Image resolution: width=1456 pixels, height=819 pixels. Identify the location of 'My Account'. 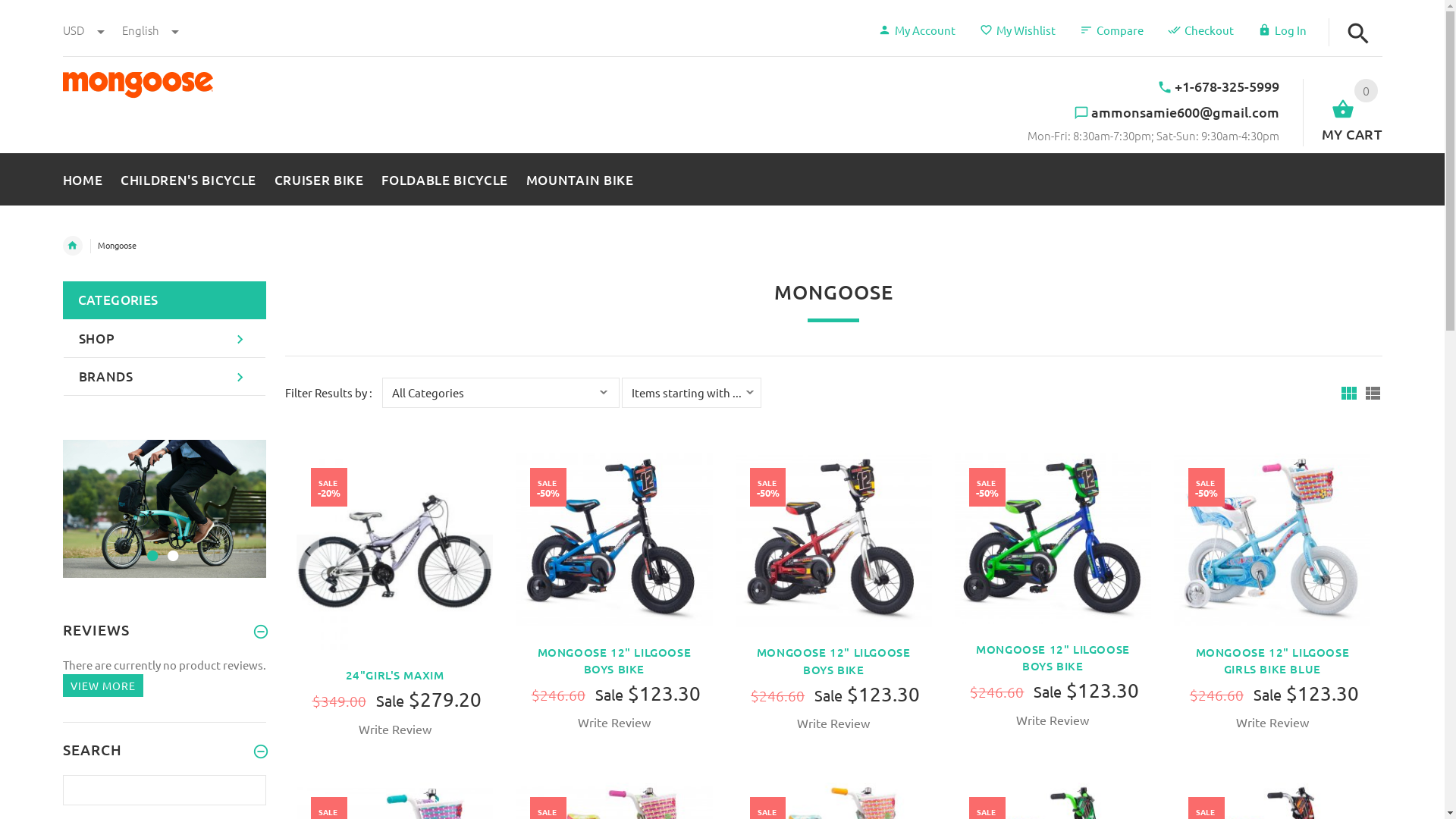
(916, 30).